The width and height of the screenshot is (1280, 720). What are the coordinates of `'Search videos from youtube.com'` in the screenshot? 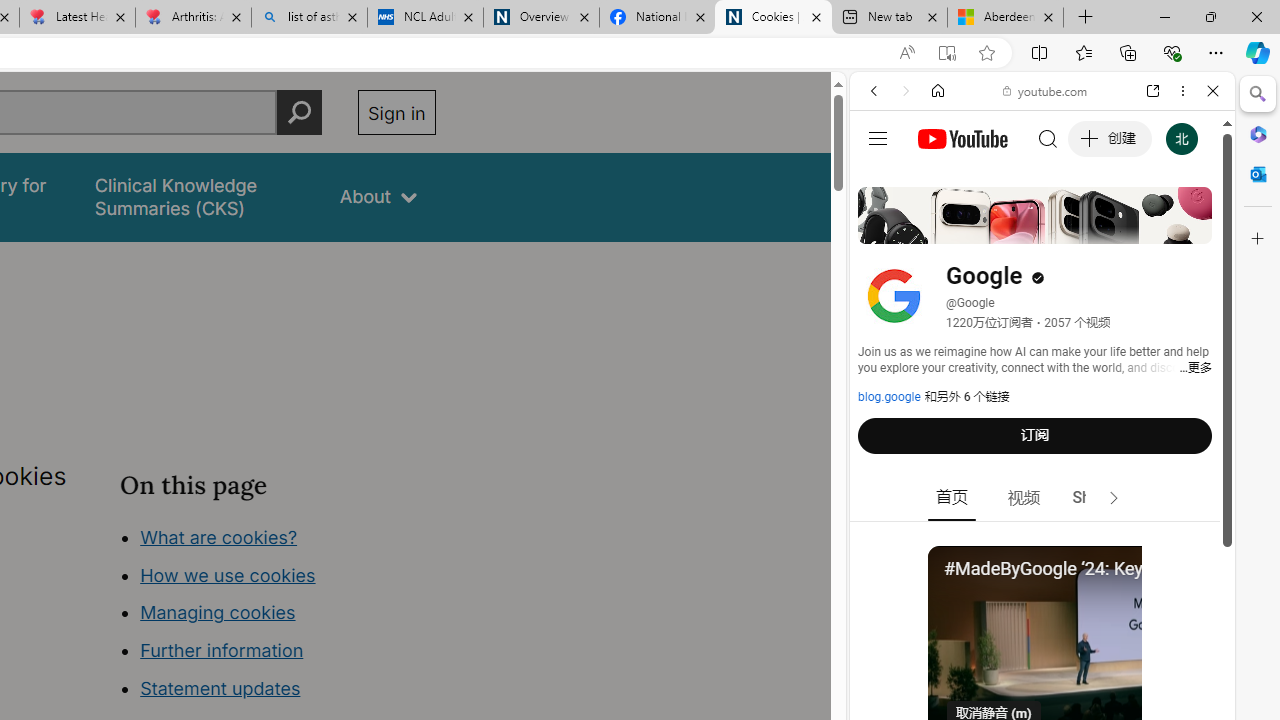 It's located at (1006, 658).